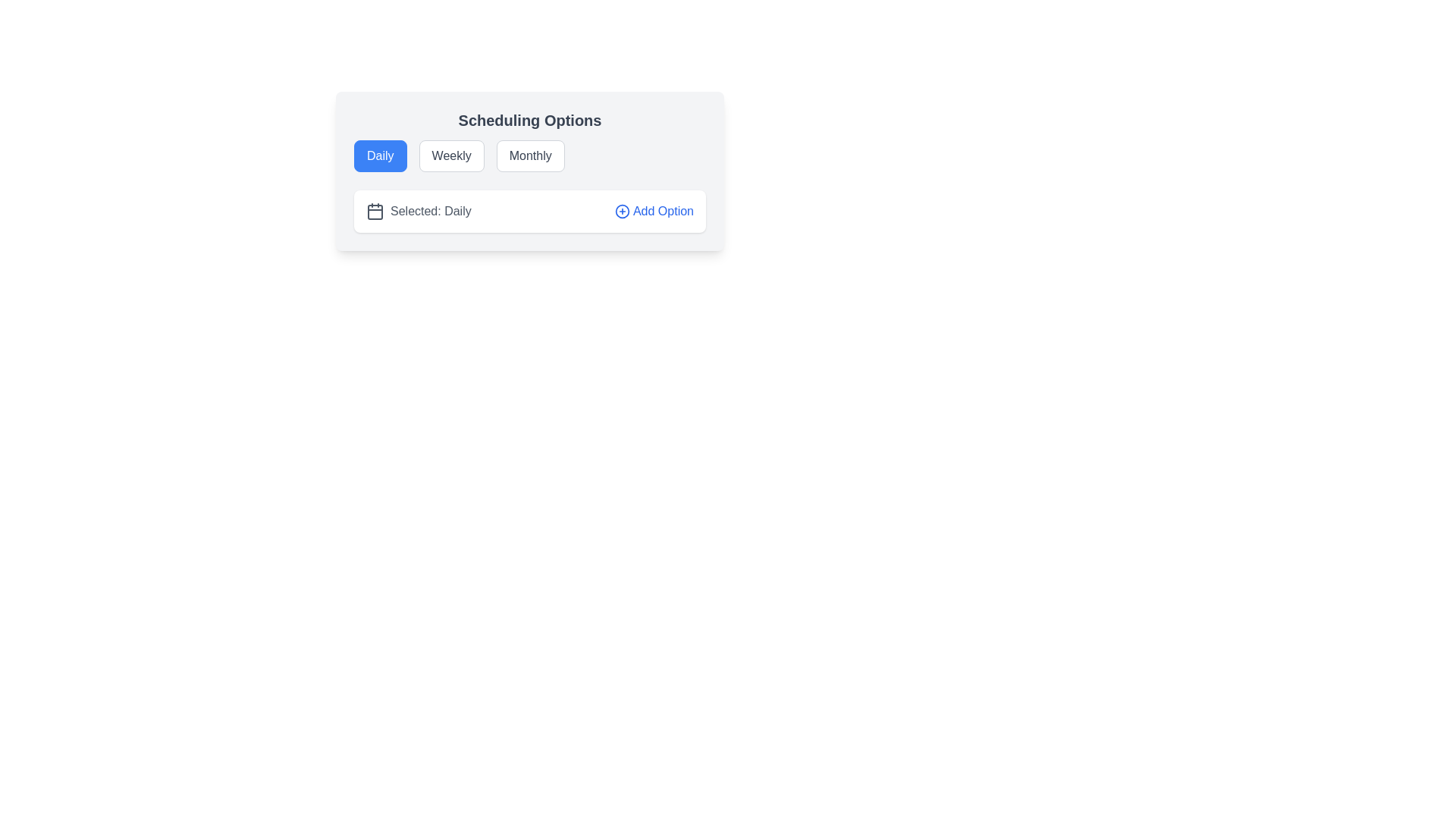 This screenshot has width=1456, height=819. I want to click on the 'Weekly' button, which is styled as a rounded and bordered rectangle with a white background, gray text, and a gray border, located under the heading 'Scheduling Options', so click(450, 155).